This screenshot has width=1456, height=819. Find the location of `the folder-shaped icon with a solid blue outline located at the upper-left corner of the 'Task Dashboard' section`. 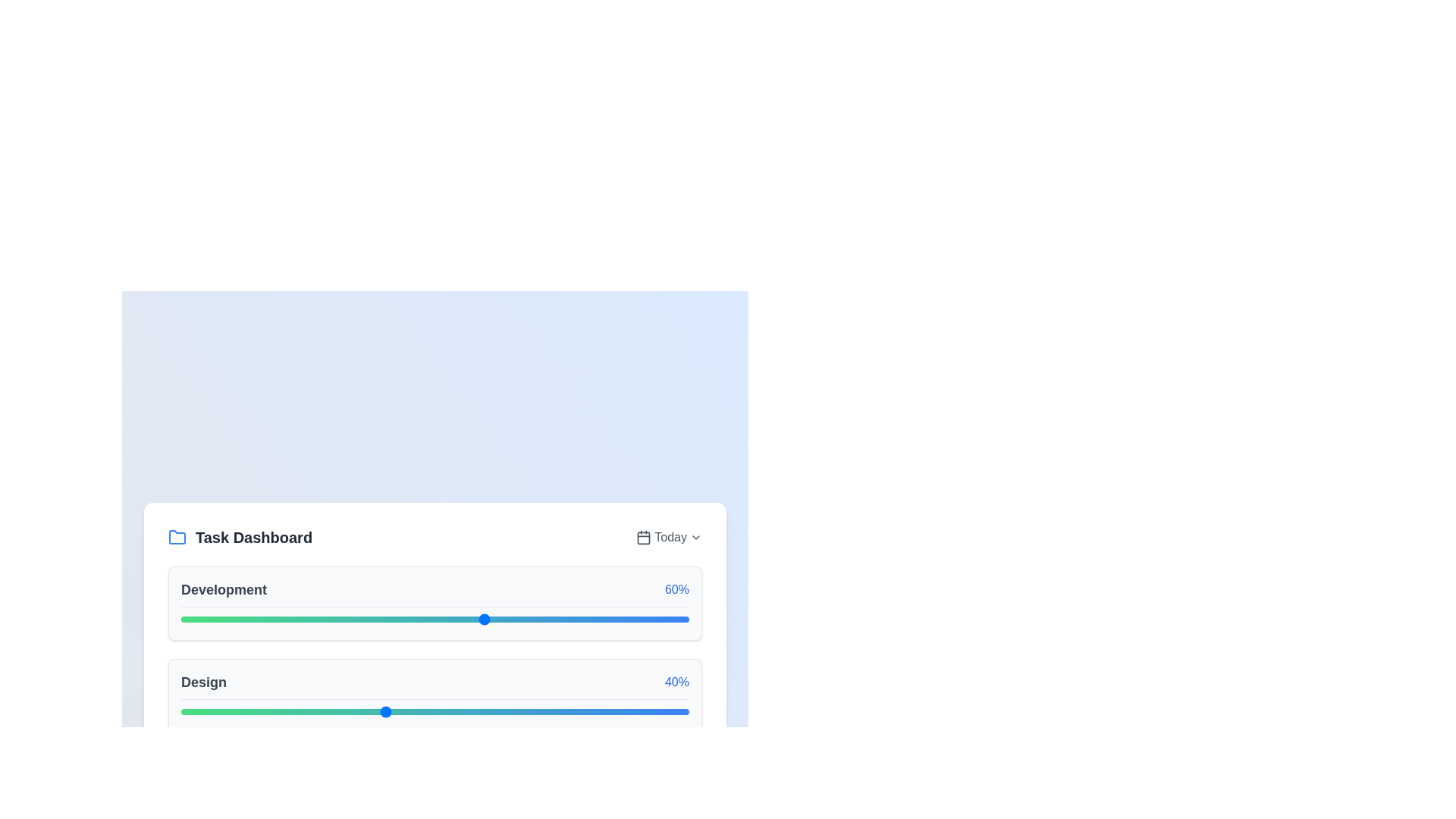

the folder-shaped icon with a solid blue outline located at the upper-left corner of the 'Task Dashboard' section is located at coordinates (177, 537).